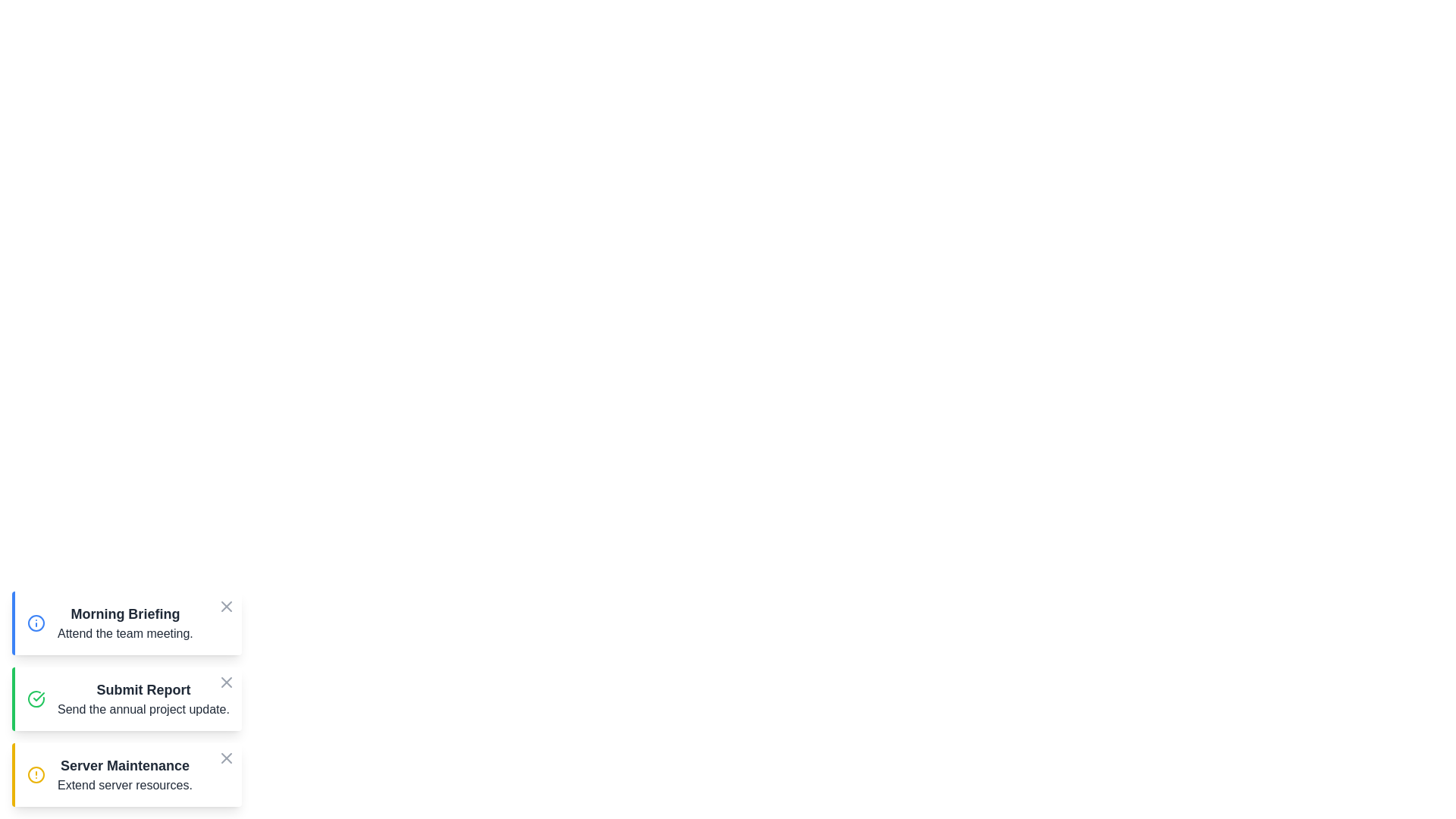 This screenshot has width=1456, height=819. What do you see at coordinates (36, 623) in the screenshot?
I see `the topmost circular graphical element in the 'Morning Briefing' section, which symbolizes a specific concept and is located adjacent to its title` at bounding box center [36, 623].